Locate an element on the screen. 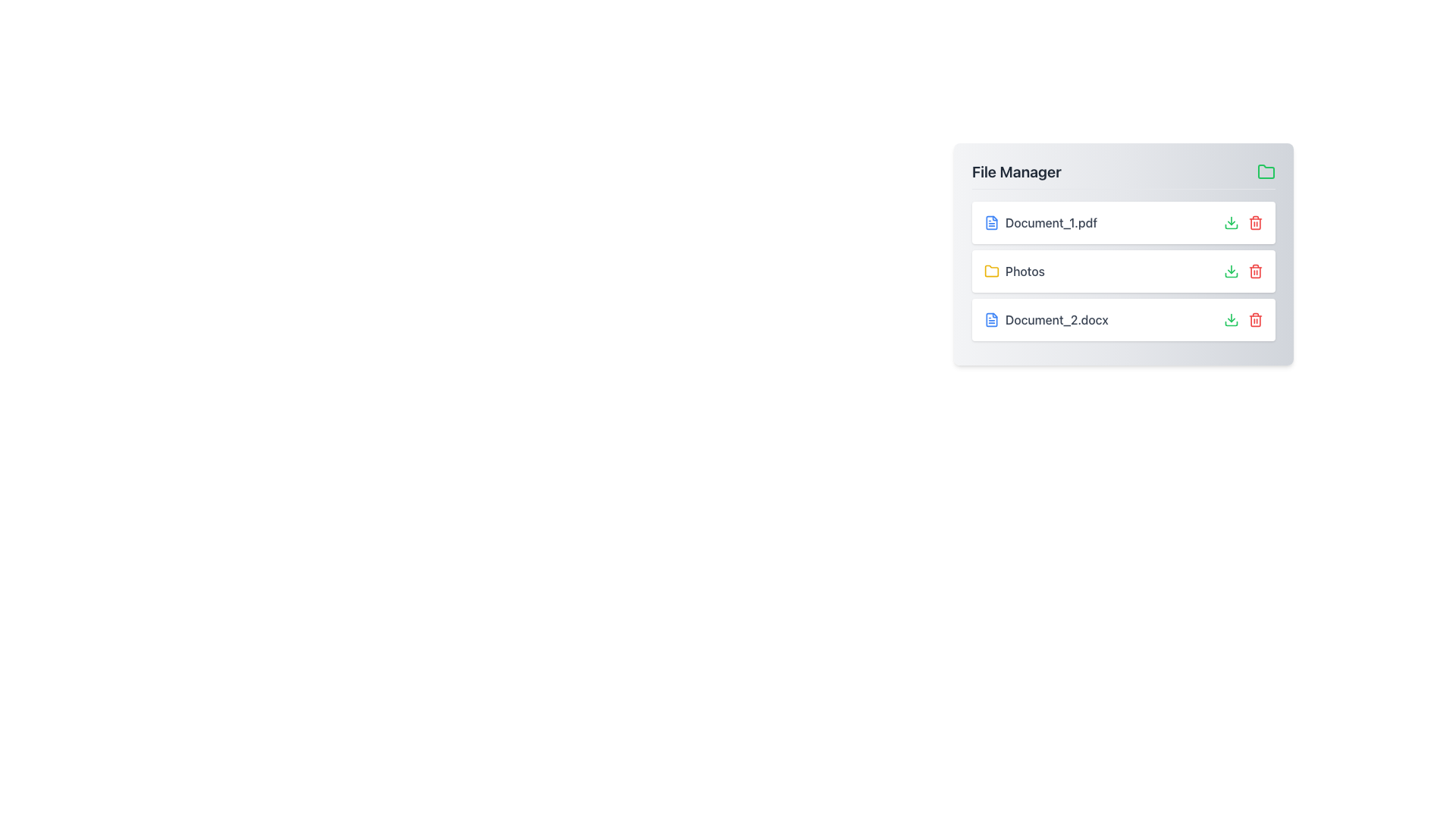 The image size is (1456, 819). the red trash can icon in the document listing interface is located at coordinates (1244, 318).